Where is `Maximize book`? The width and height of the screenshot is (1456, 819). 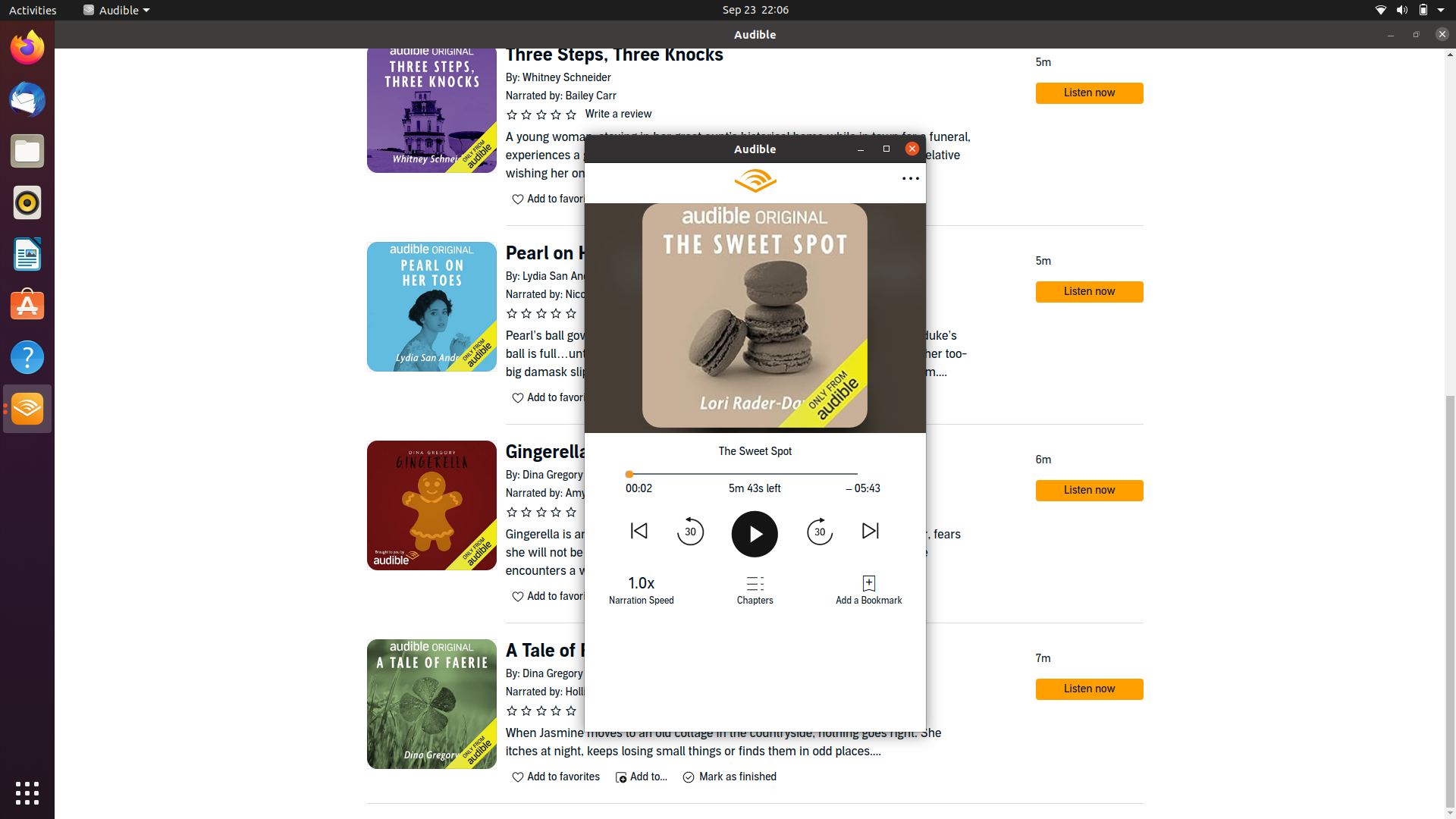 Maximize book is located at coordinates (861, 149).